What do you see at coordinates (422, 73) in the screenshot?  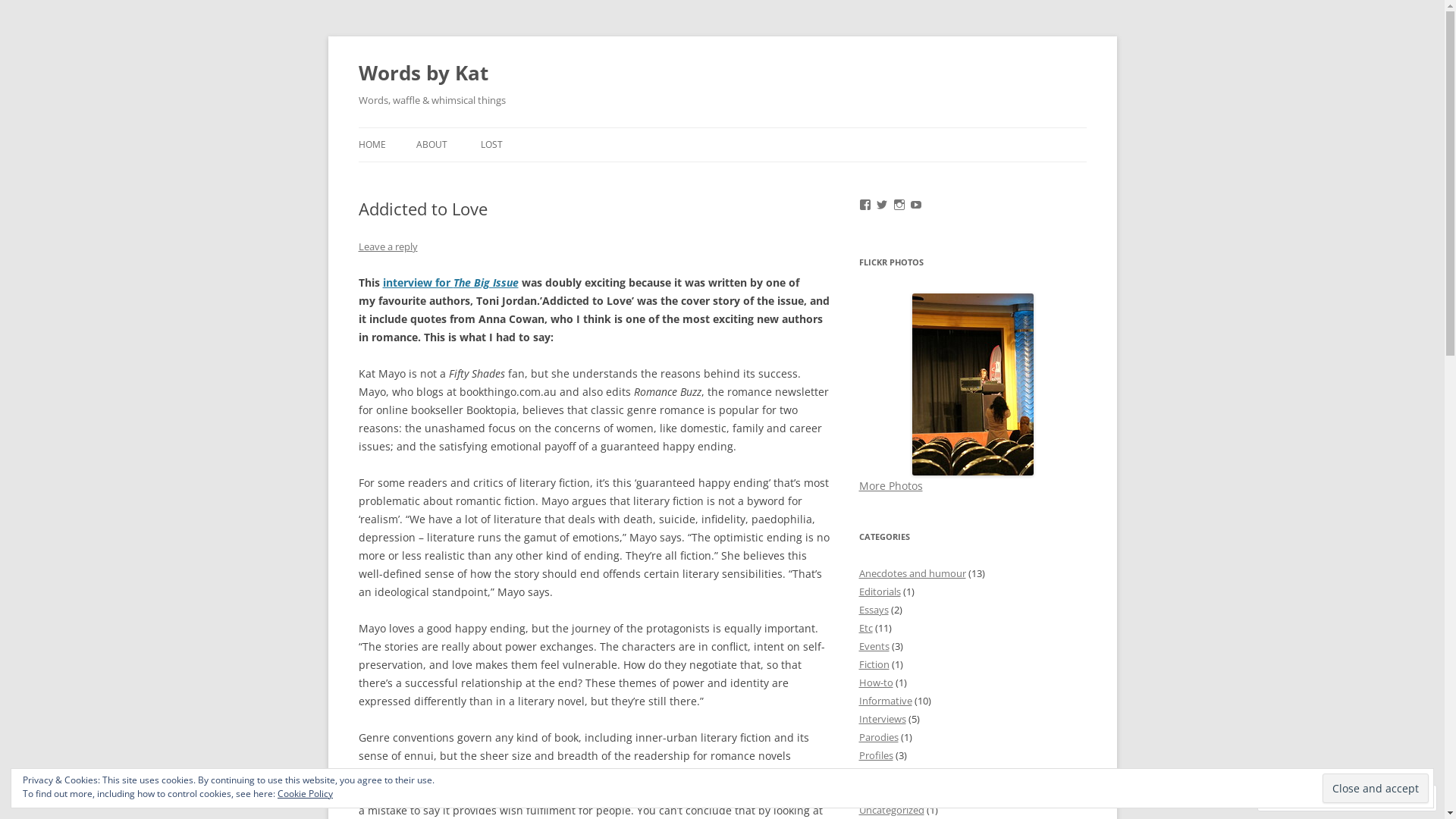 I see `'Words by Kat'` at bounding box center [422, 73].